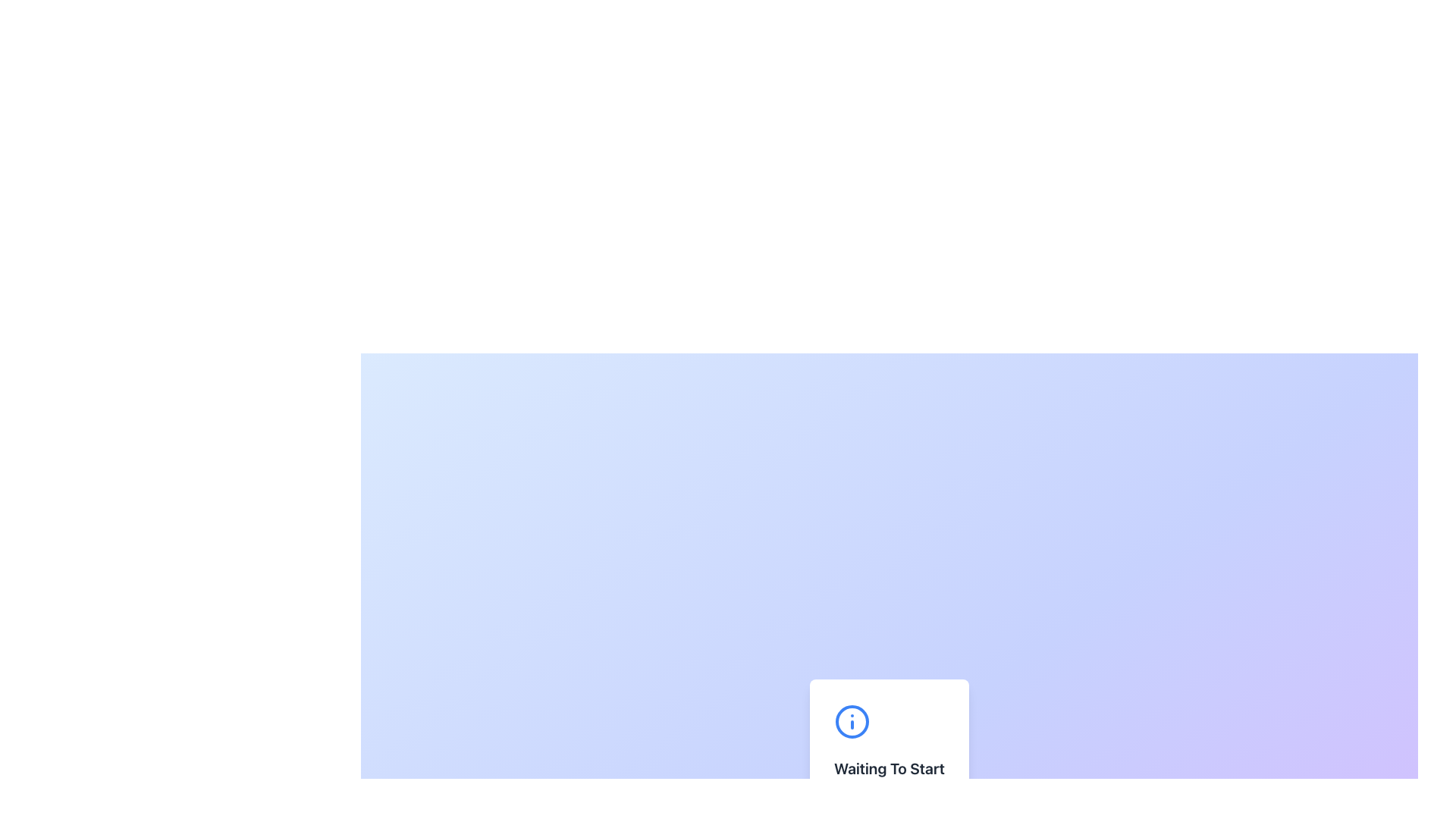 This screenshot has width=1456, height=819. Describe the element at coordinates (889, 769) in the screenshot. I see `the static text element that indicates a status or process stage, located below an informational icon and above the 'Start Process' button` at that location.